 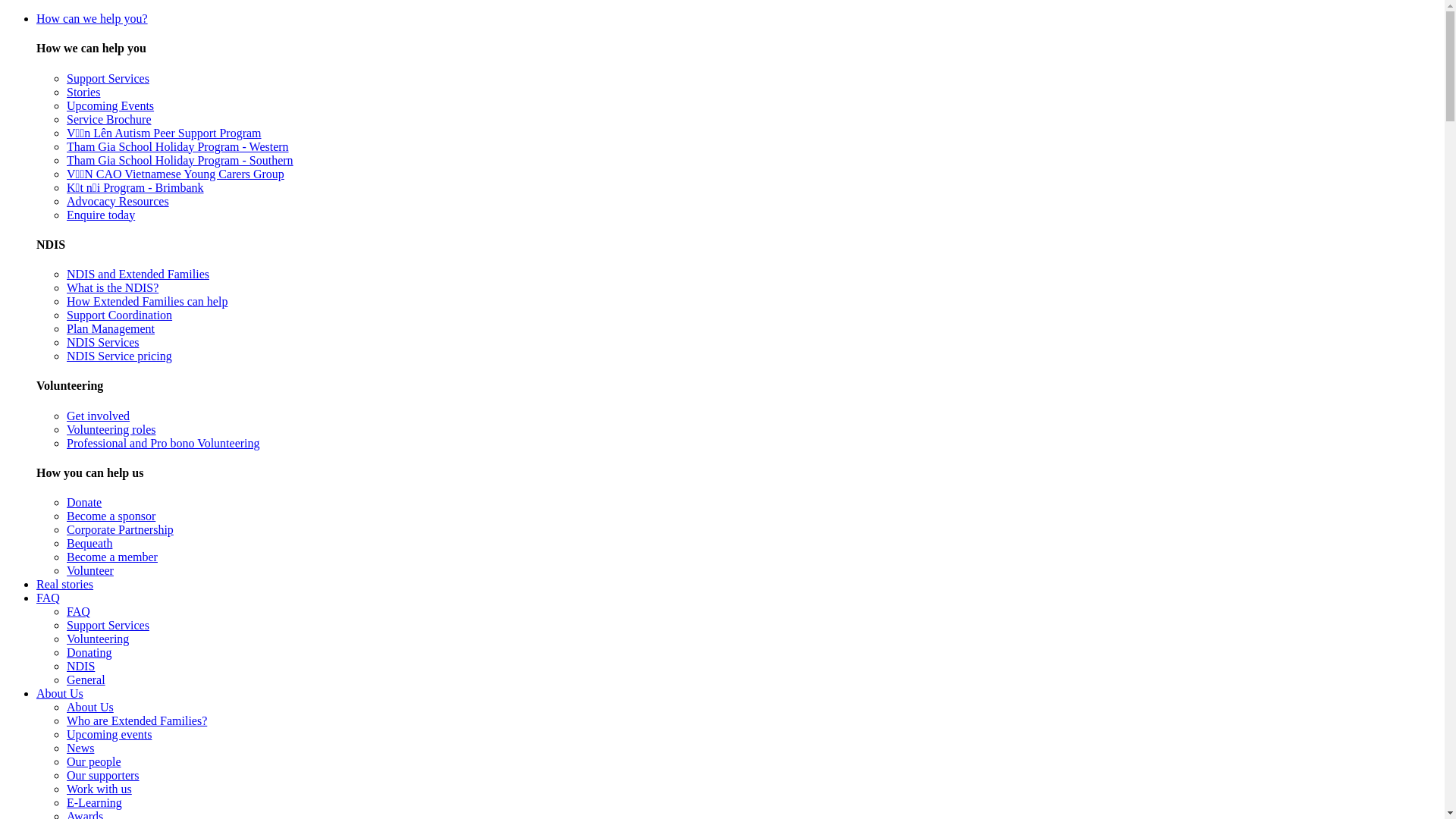 I want to click on 'Corporate Partnership', so click(x=119, y=529).